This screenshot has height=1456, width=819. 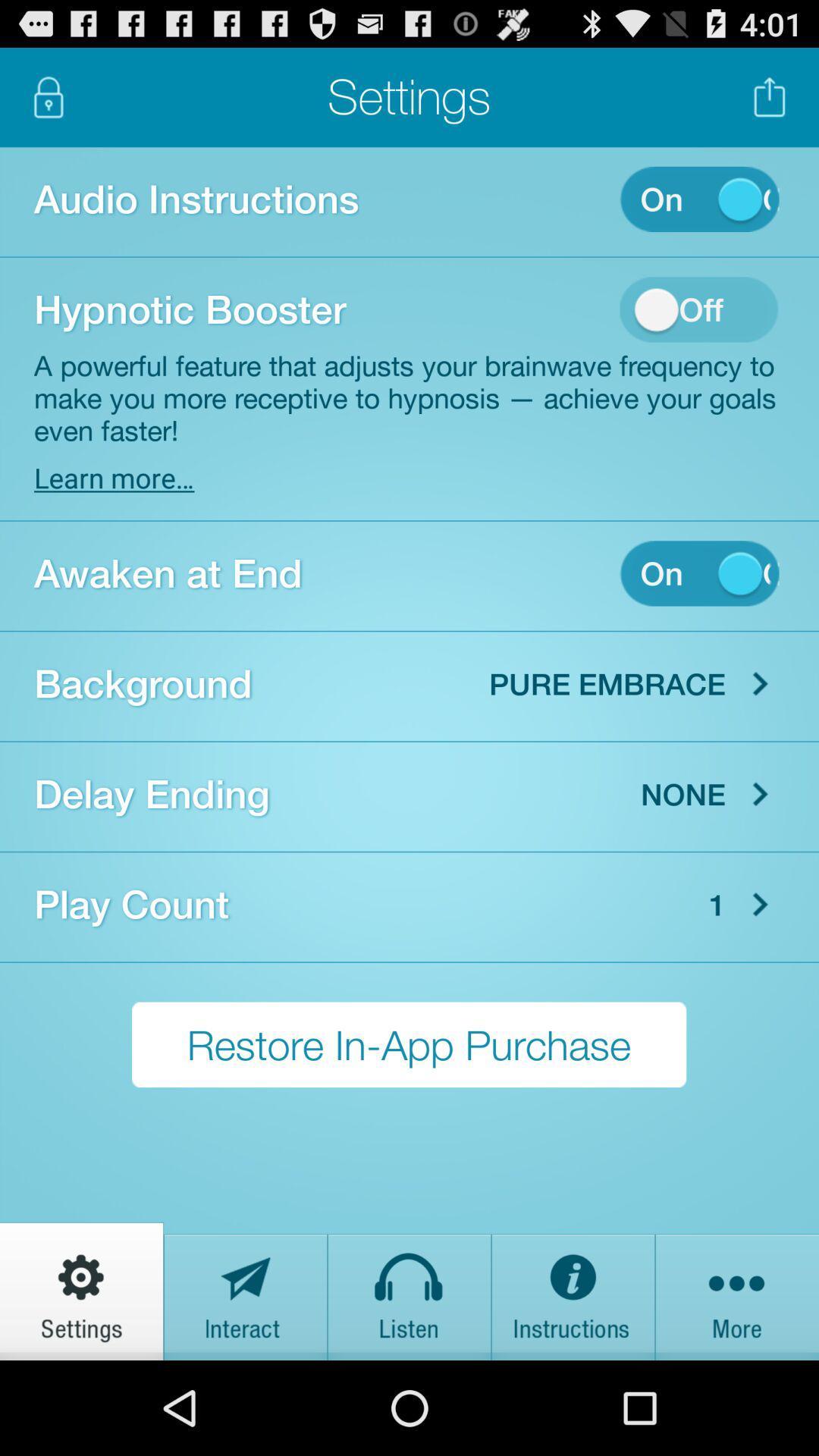 What do you see at coordinates (770, 103) in the screenshot?
I see `the launch icon` at bounding box center [770, 103].